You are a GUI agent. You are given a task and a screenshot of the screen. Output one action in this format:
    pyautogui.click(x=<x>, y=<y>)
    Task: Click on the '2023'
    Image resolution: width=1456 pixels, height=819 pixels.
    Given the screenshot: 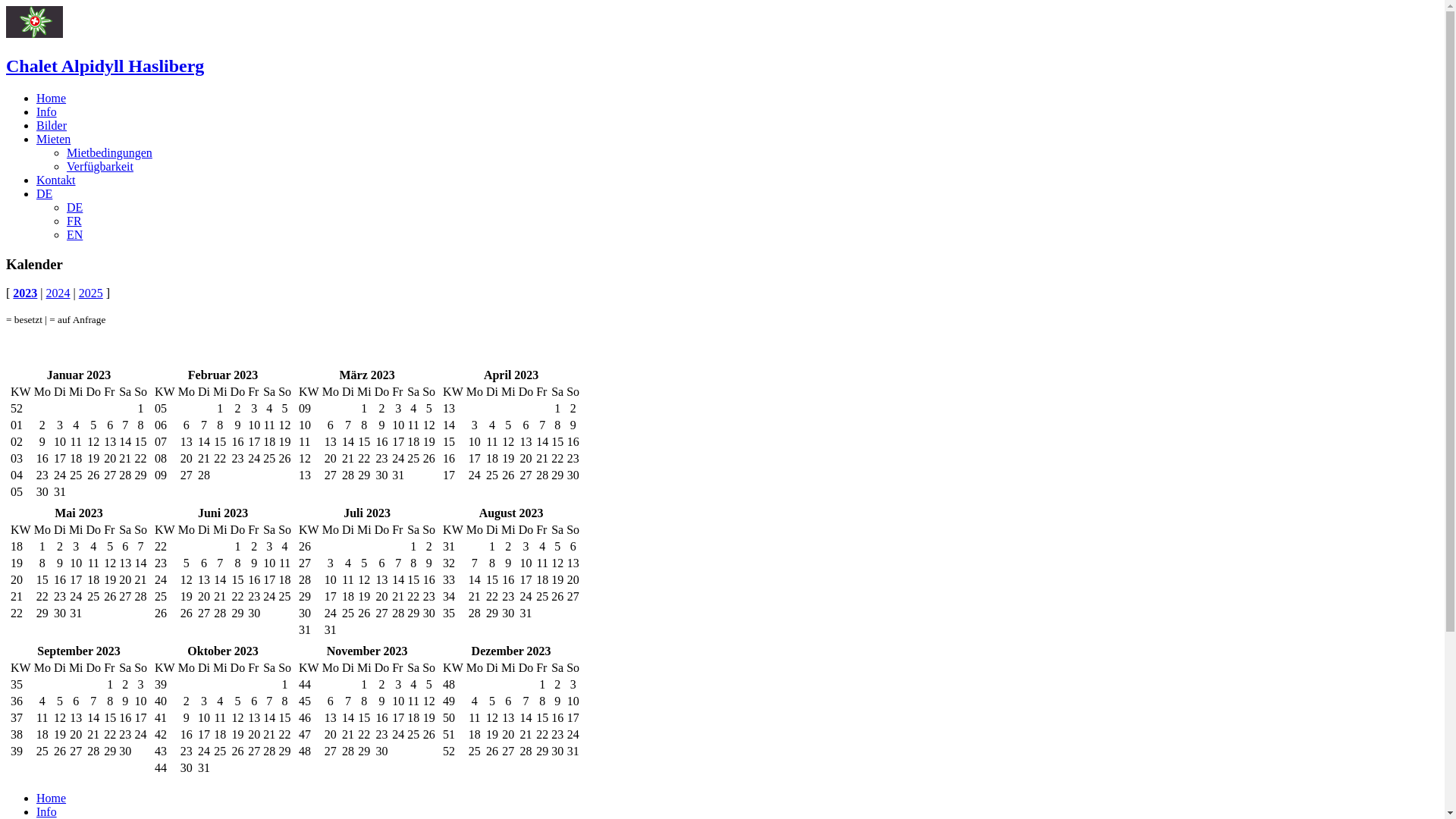 What is the action you would take?
    pyautogui.click(x=25, y=293)
    